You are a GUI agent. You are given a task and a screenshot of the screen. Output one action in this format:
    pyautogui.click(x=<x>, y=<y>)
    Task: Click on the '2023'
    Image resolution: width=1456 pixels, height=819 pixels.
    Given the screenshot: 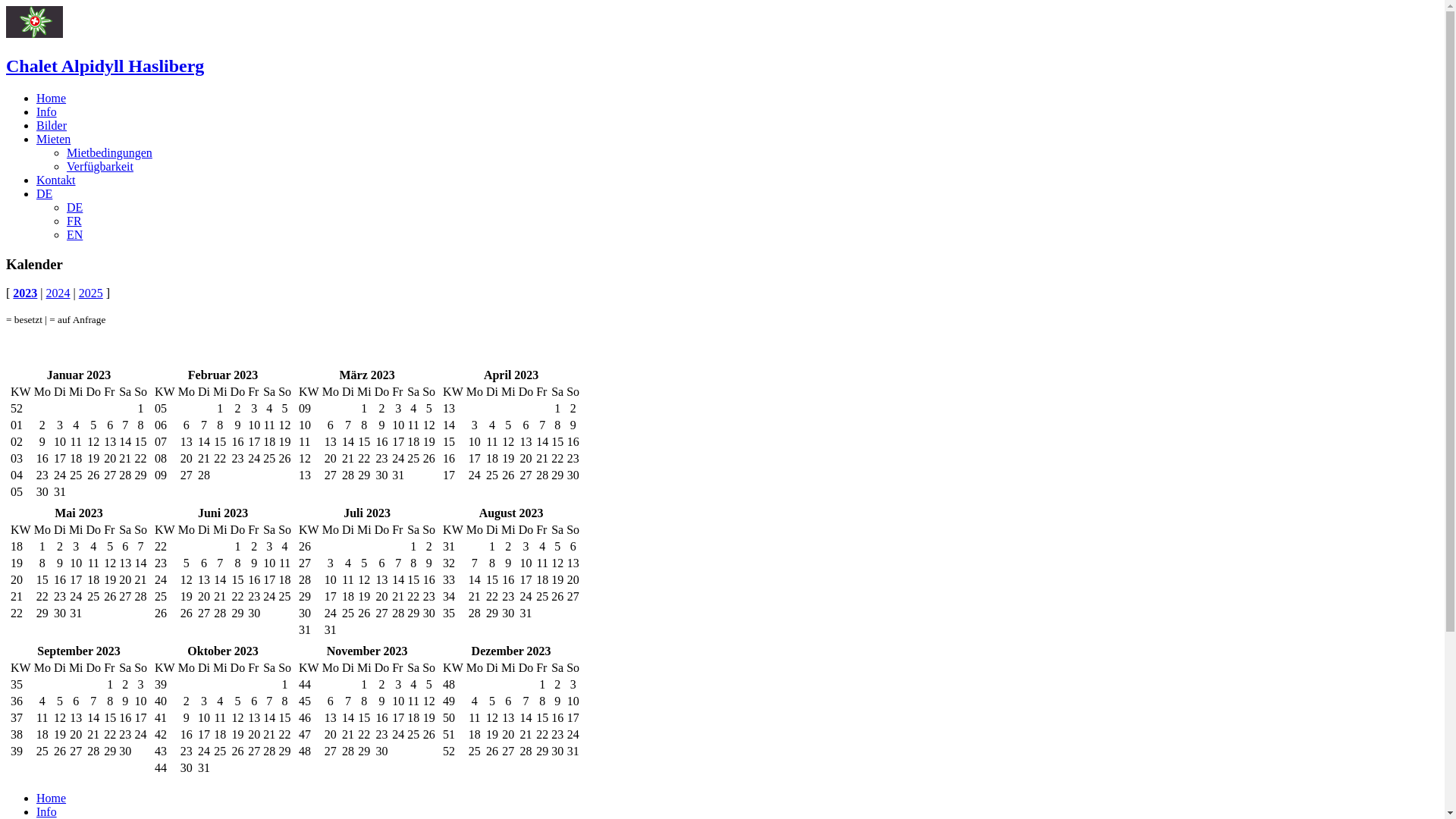 What is the action you would take?
    pyautogui.click(x=25, y=293)
    